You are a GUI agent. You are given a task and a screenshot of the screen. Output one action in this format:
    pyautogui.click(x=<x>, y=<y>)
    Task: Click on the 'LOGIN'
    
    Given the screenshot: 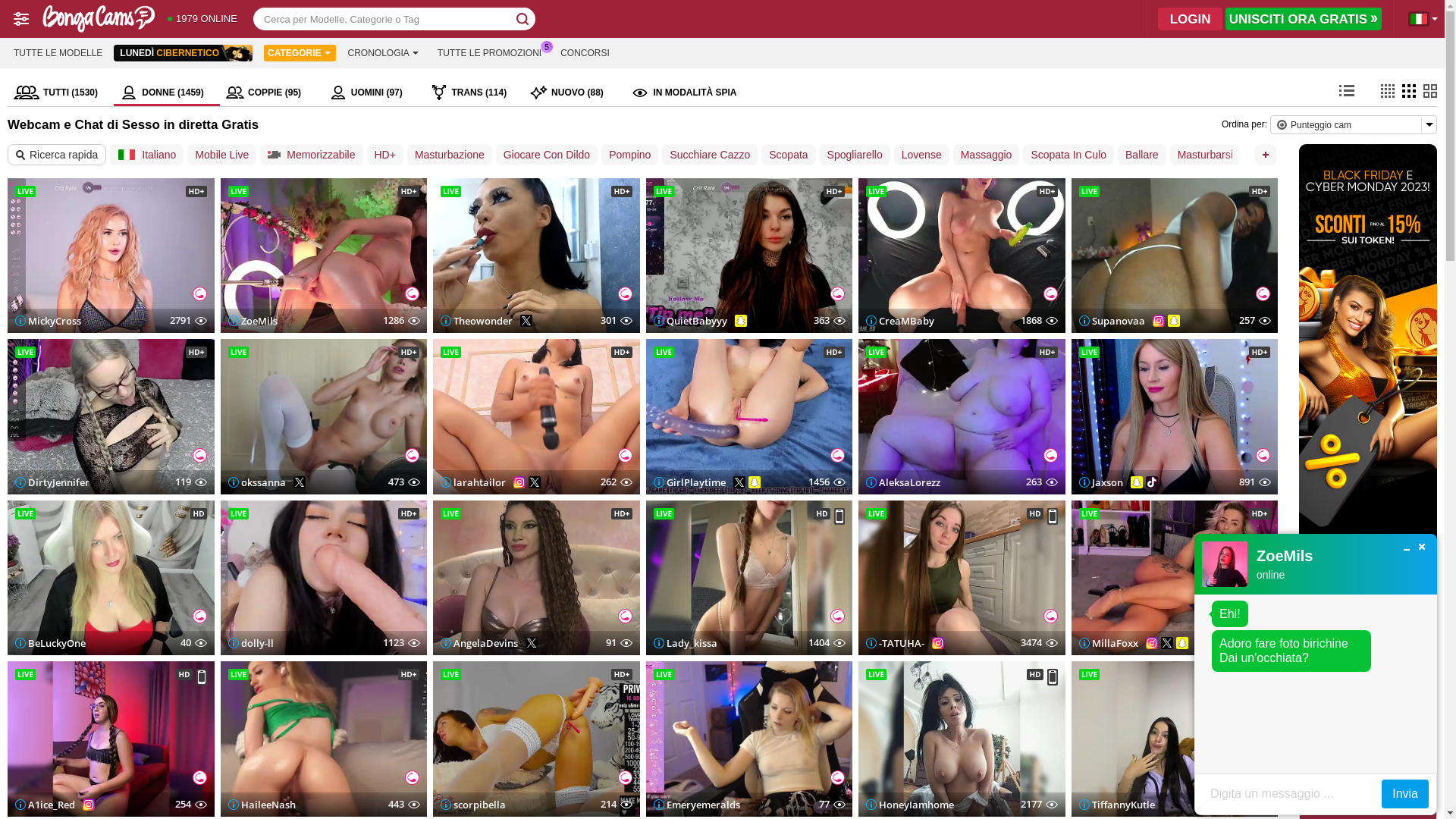 What is the action you would take?
    pyautogui.click(x=1189, y=18)
    